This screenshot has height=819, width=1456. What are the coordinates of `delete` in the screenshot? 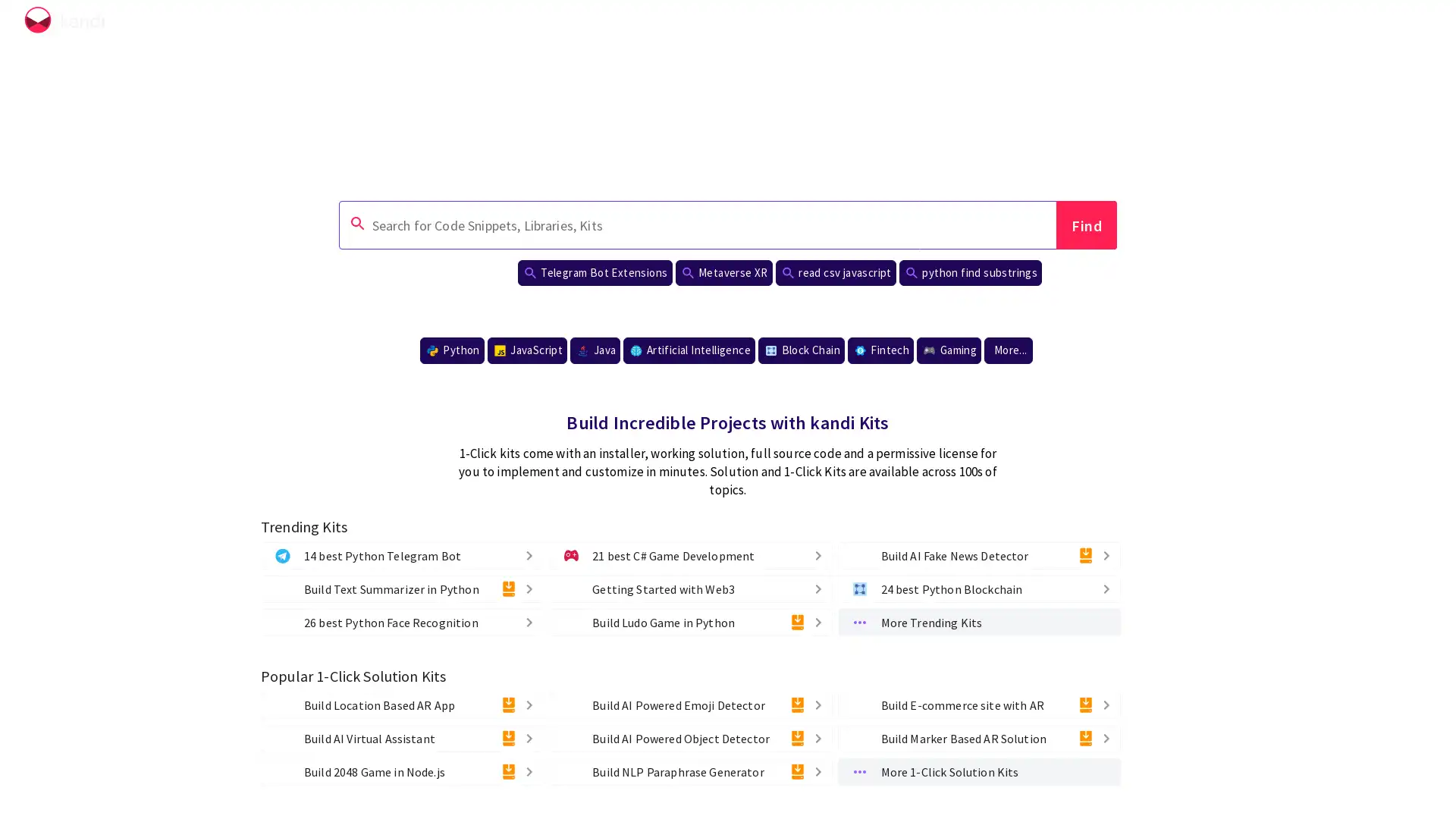 It's located at (1094, 587).